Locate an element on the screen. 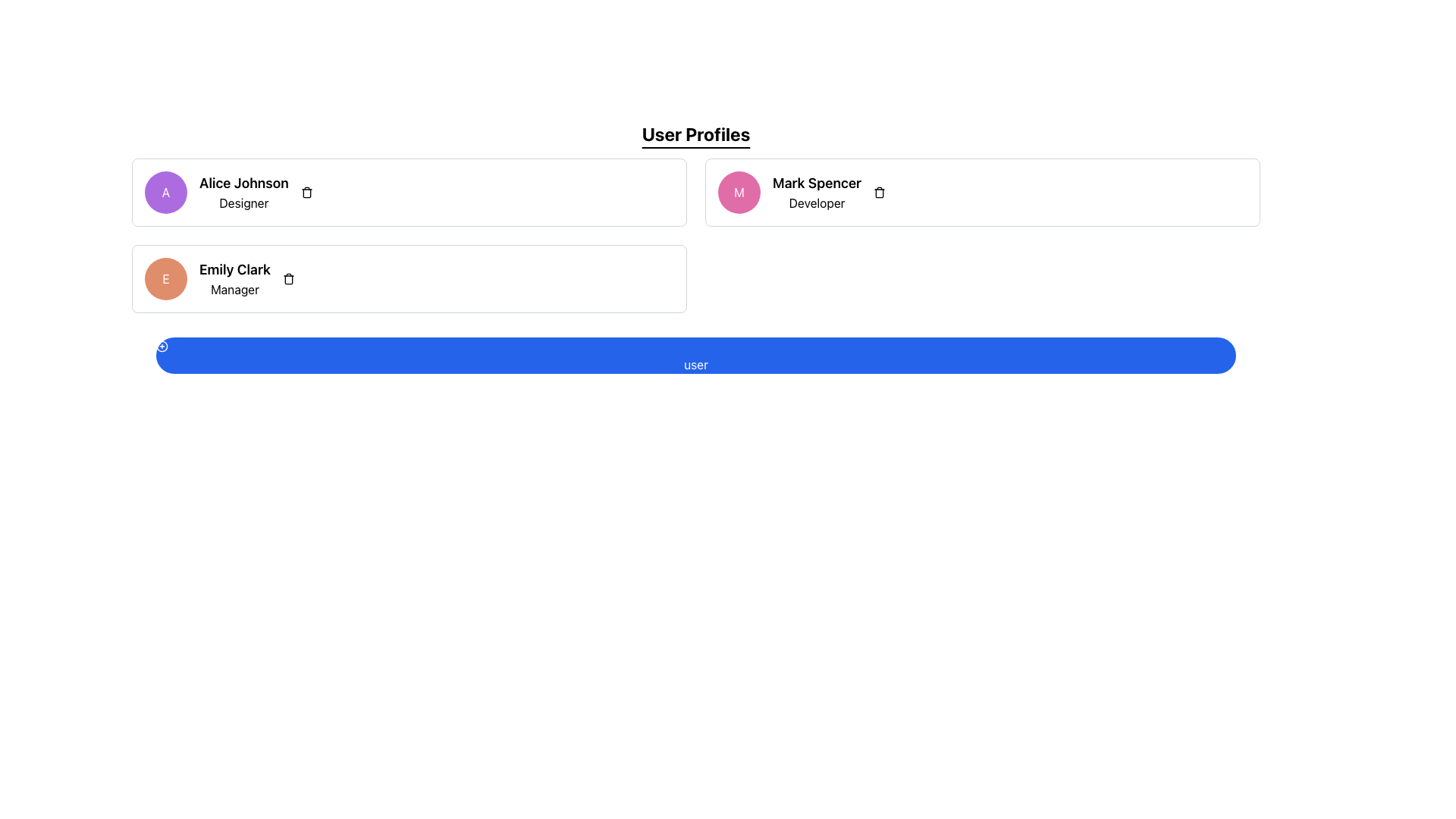 This screenshot has height=819, width=1456. the text label displaying 'Designer' located beneath the name 'Alice Johnson' in the first user profile card is located at coordinates (243, 202).